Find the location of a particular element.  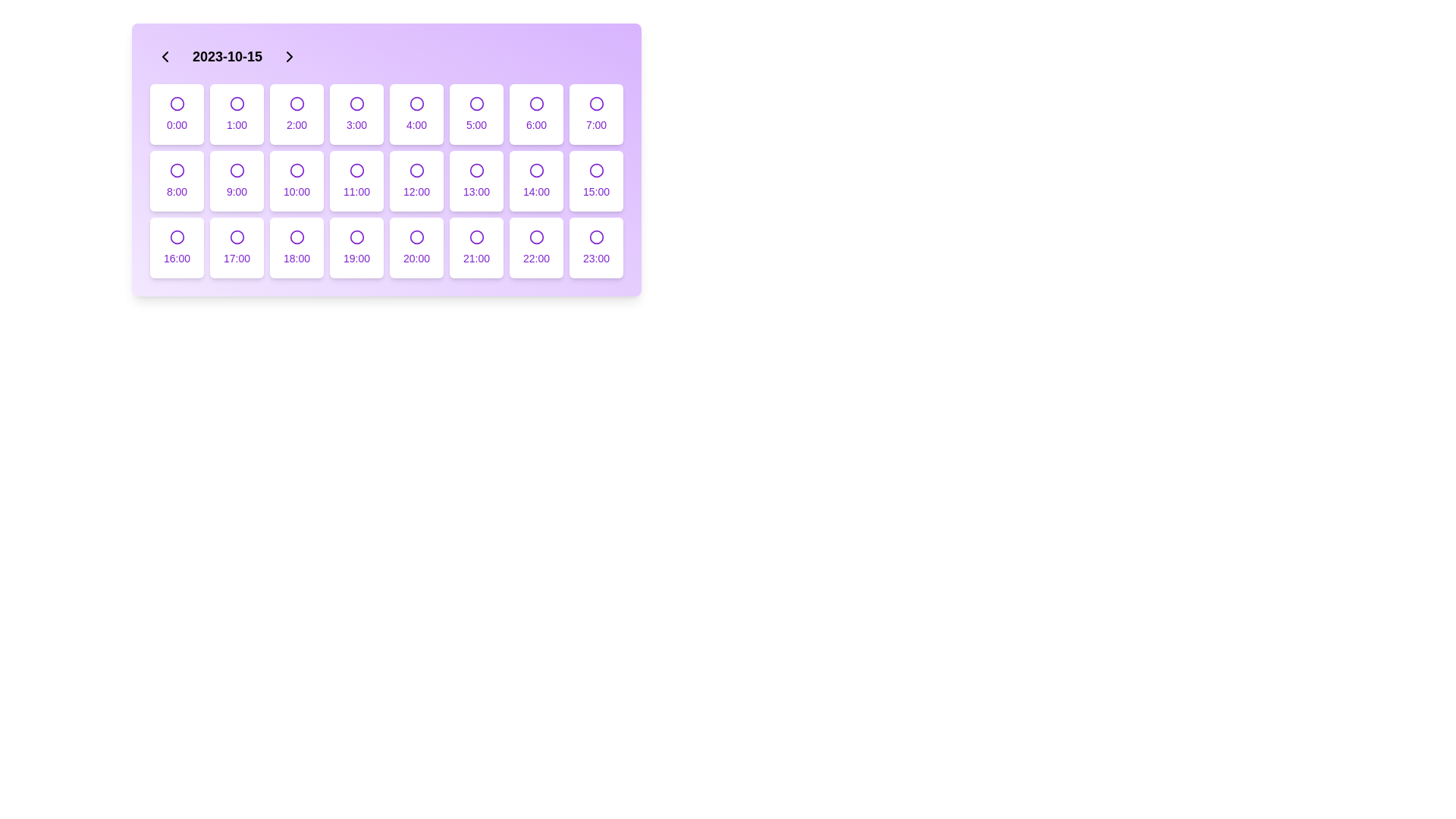

the button displaying '14:00' with a purple circle icon above it, located in the third row and fourth column of the grid layout is located at coordinates (536, 180).